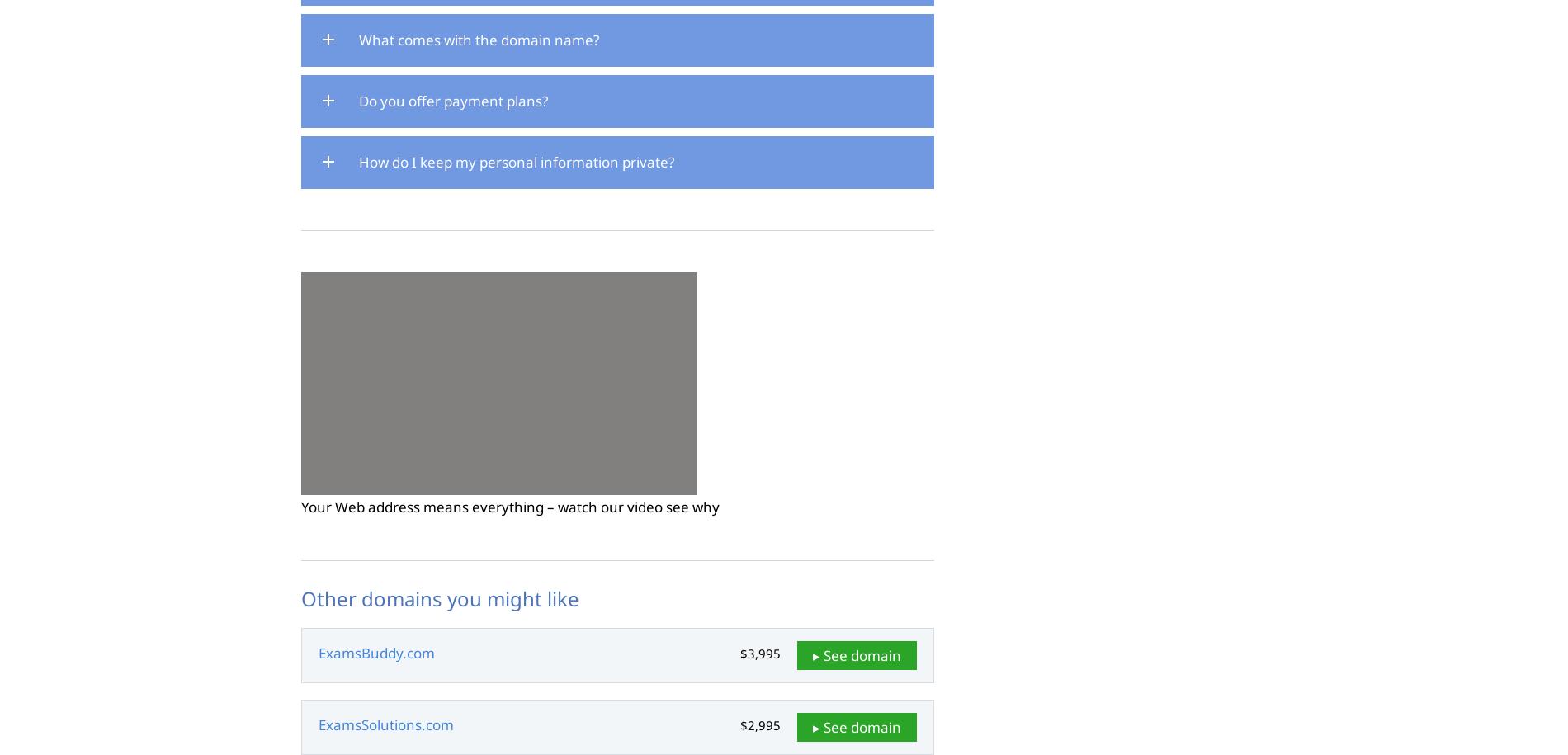  I want to click on 'How do I keep my personal information private?', so click(517, 160).